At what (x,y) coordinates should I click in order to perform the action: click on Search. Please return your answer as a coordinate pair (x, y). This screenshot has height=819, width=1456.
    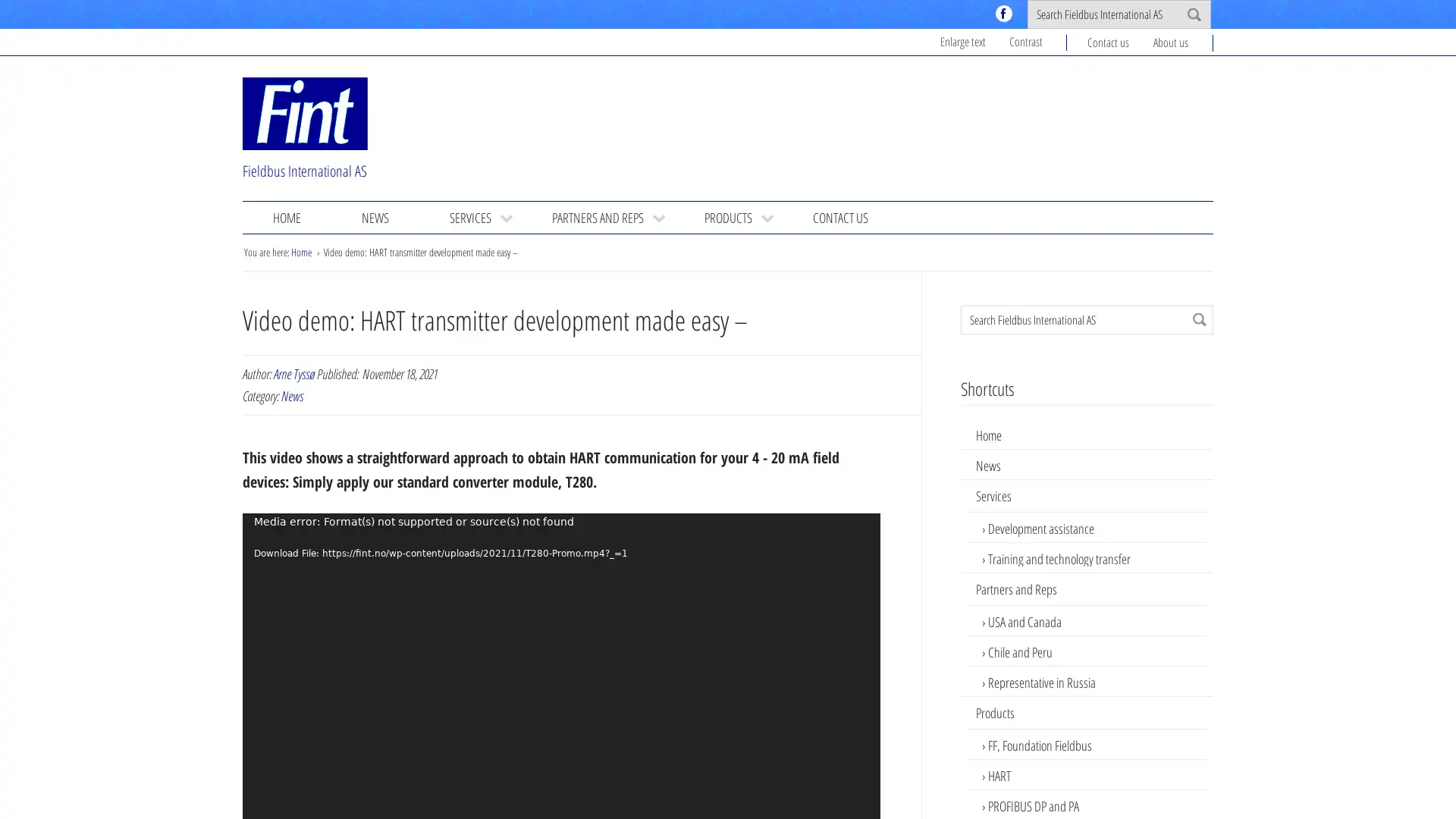
    Looking at the image, I should click on (1193, 14).